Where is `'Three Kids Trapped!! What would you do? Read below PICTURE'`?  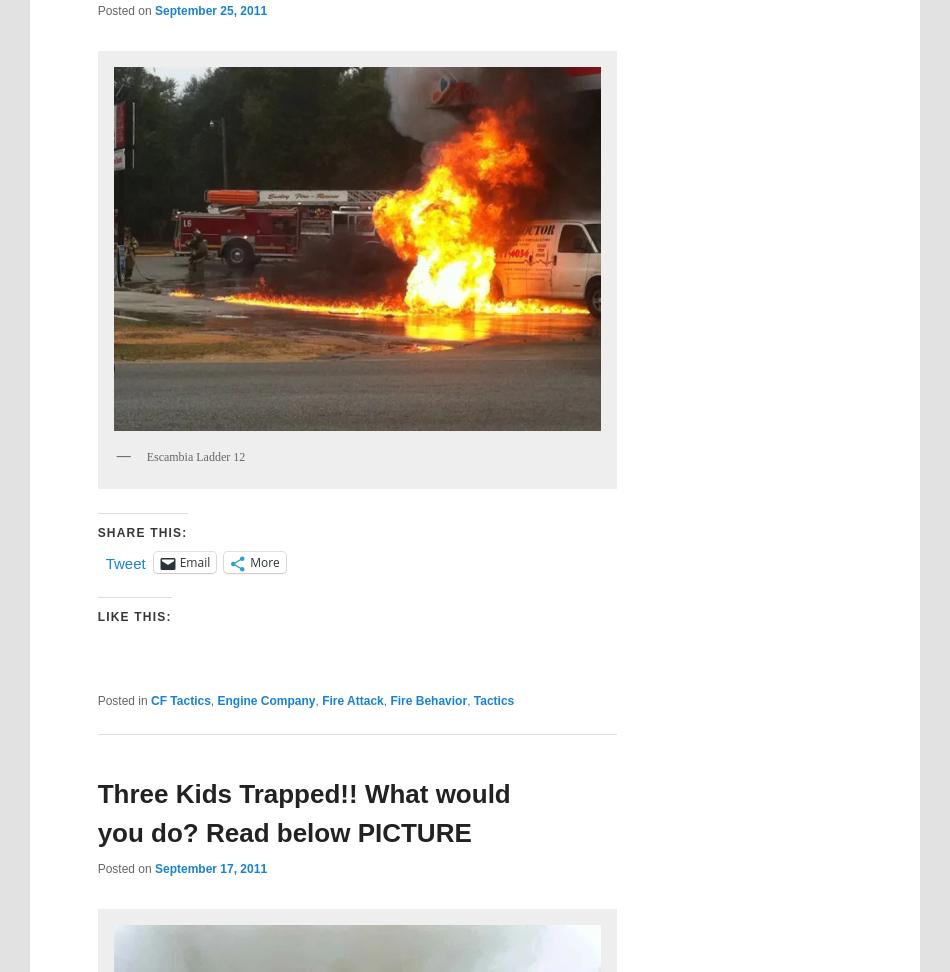
'Three Kids Trapped!! What would you do? Read below PICTURE' is located at coordinates (302, 811).